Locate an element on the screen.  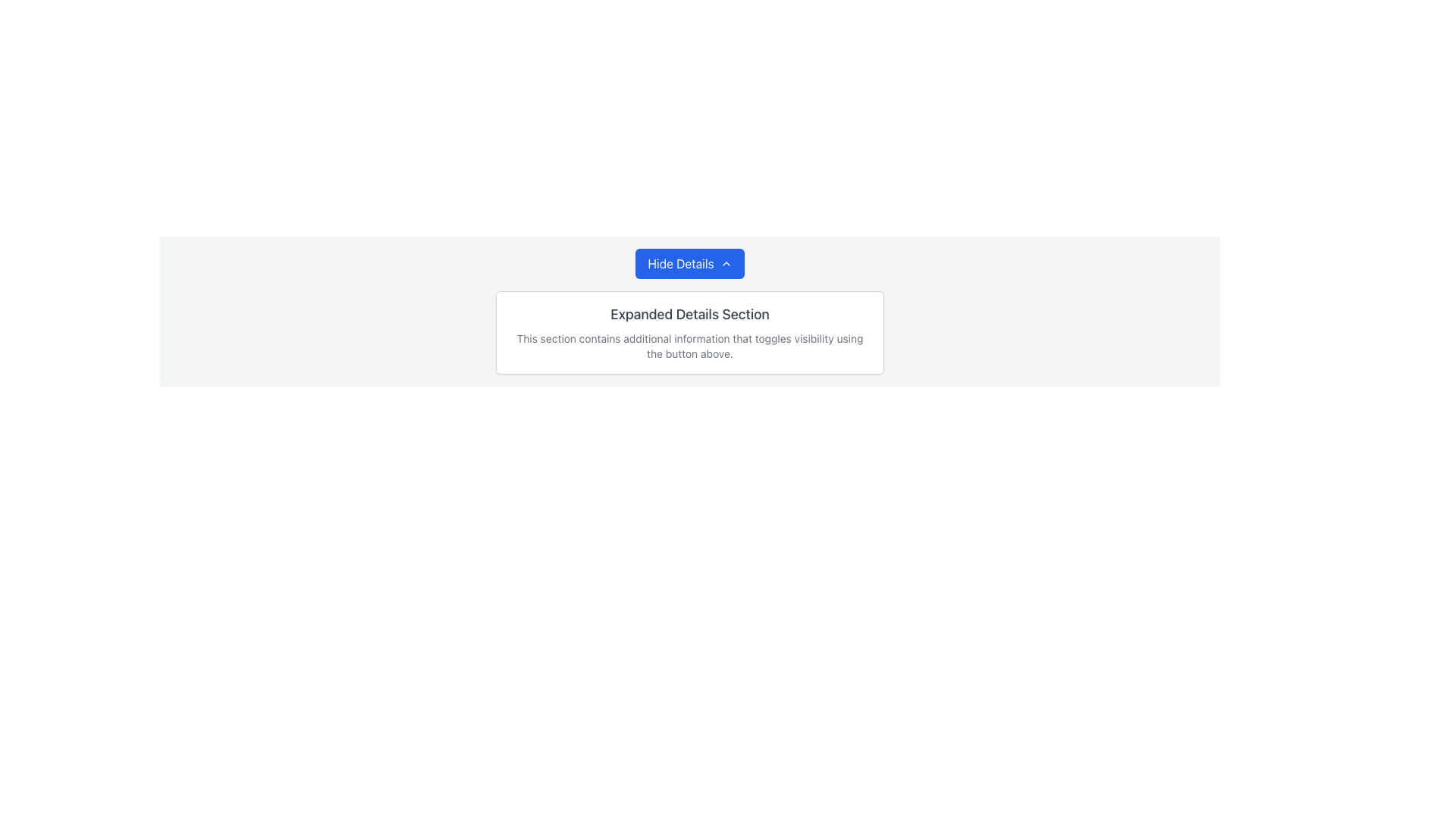
the Text header element, which serves as a descriptive title for the section, located at the top center of a white panel below the 'Hide Details' button is located at coordinates (689, 314).